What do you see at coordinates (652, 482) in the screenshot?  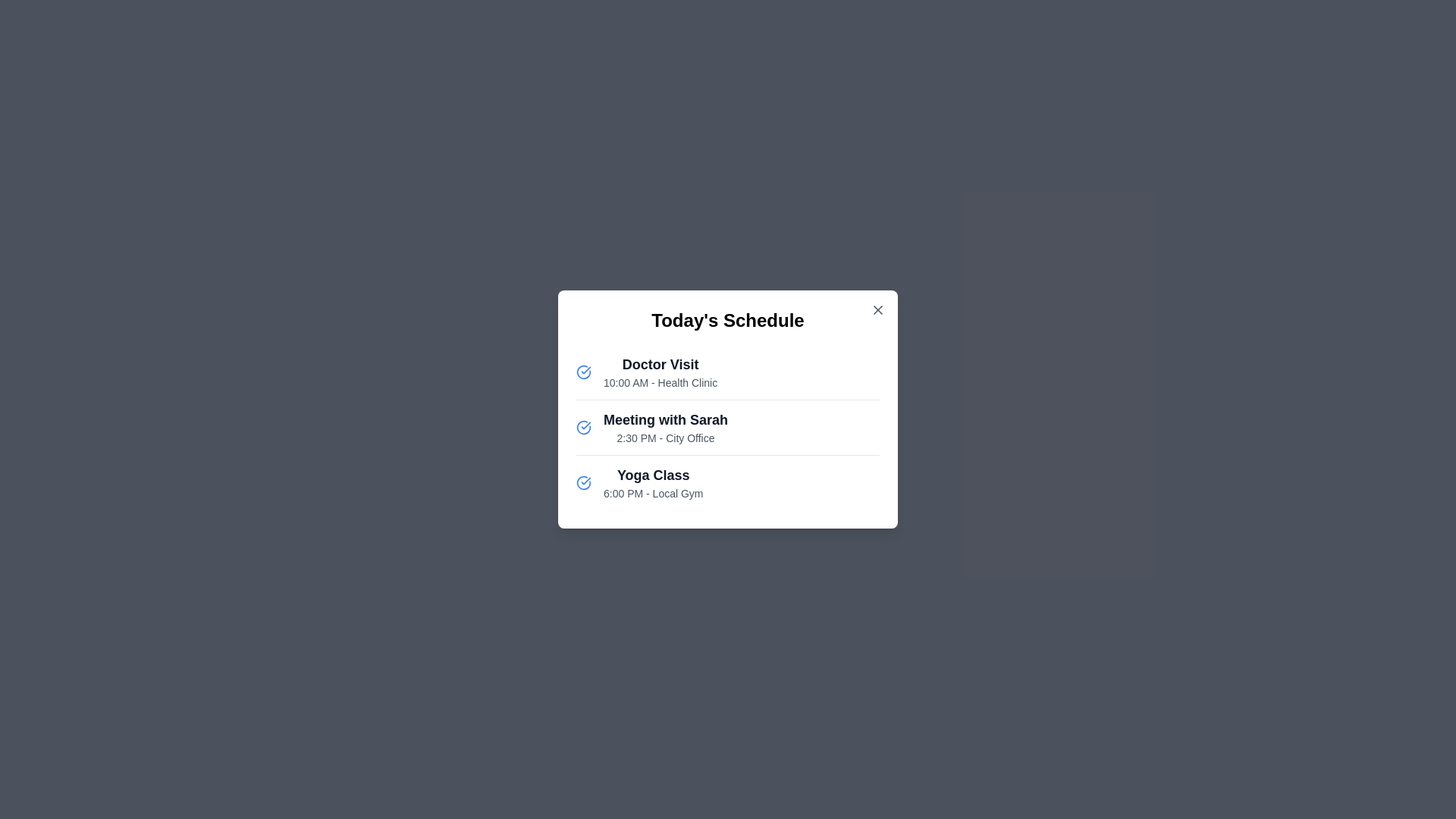 I see `the appointment titled 'Yoga Class'` at bounding box center [652, 482].